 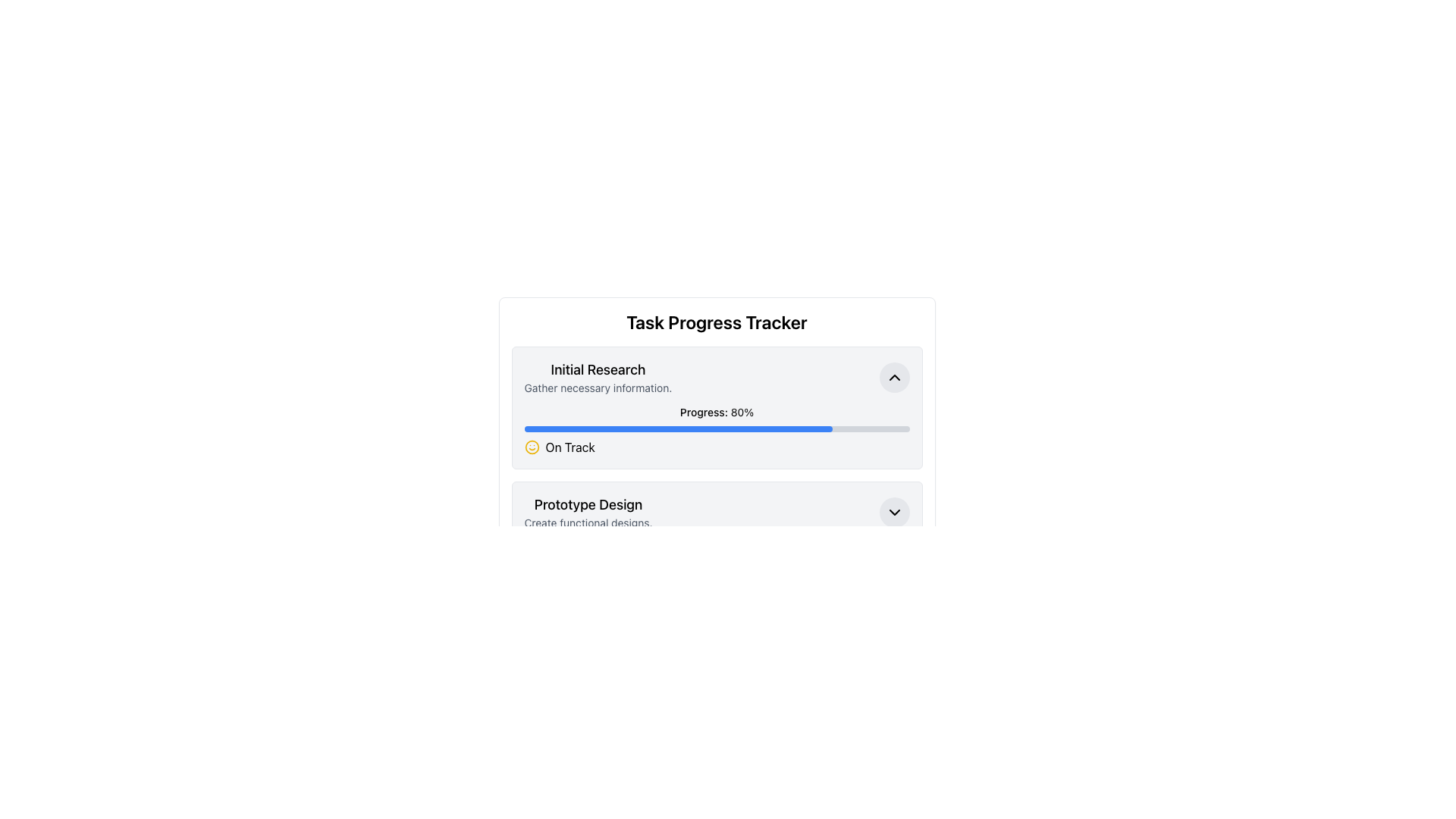 I want to click on the interactive toggle icon, so click(x=894, y=512).